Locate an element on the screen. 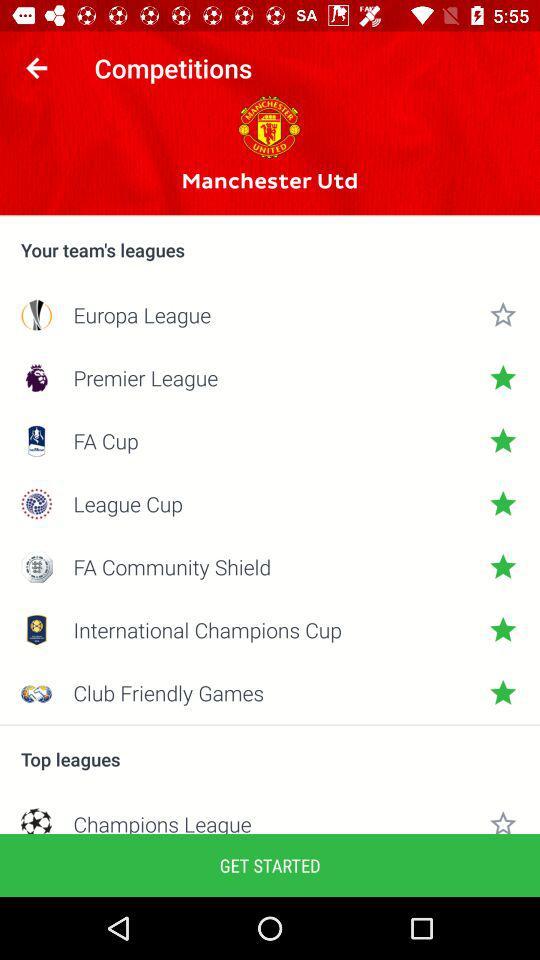  icon below the your team s is located at coordinates (270, 314).